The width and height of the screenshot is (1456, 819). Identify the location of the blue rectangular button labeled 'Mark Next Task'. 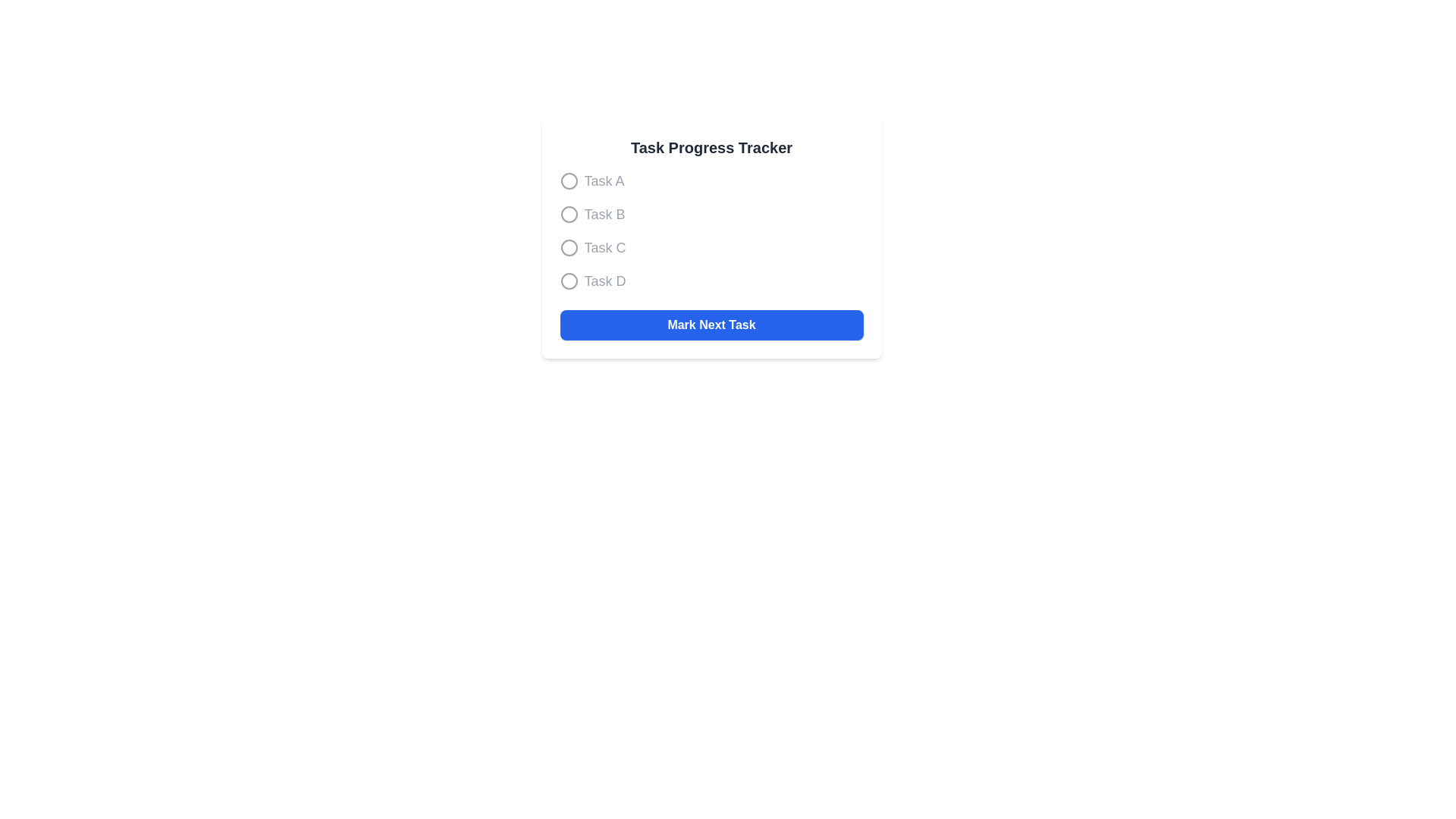
(711, 324).